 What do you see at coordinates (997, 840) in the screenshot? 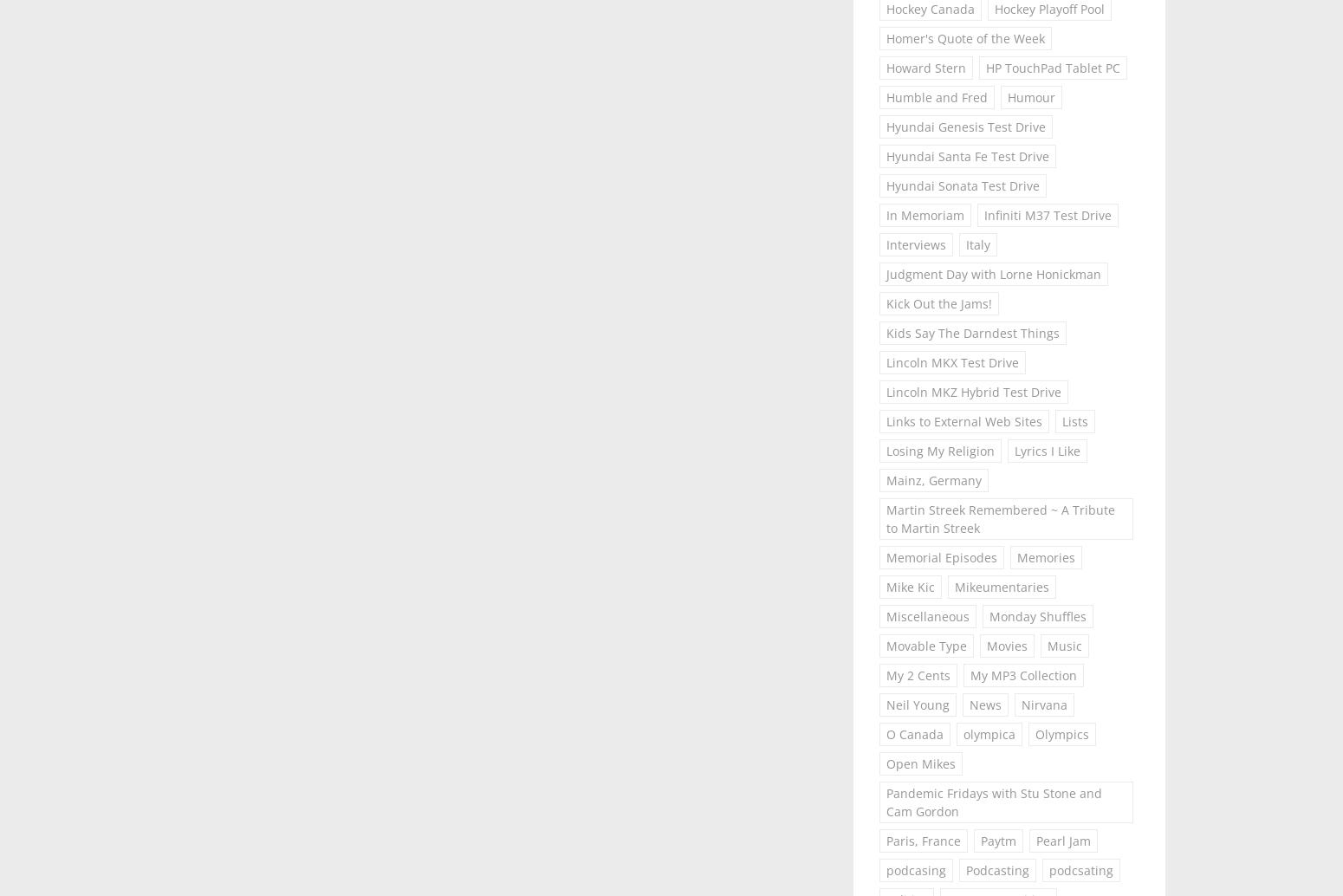
I see `'Paytm'` at bounding box center [997, 840].